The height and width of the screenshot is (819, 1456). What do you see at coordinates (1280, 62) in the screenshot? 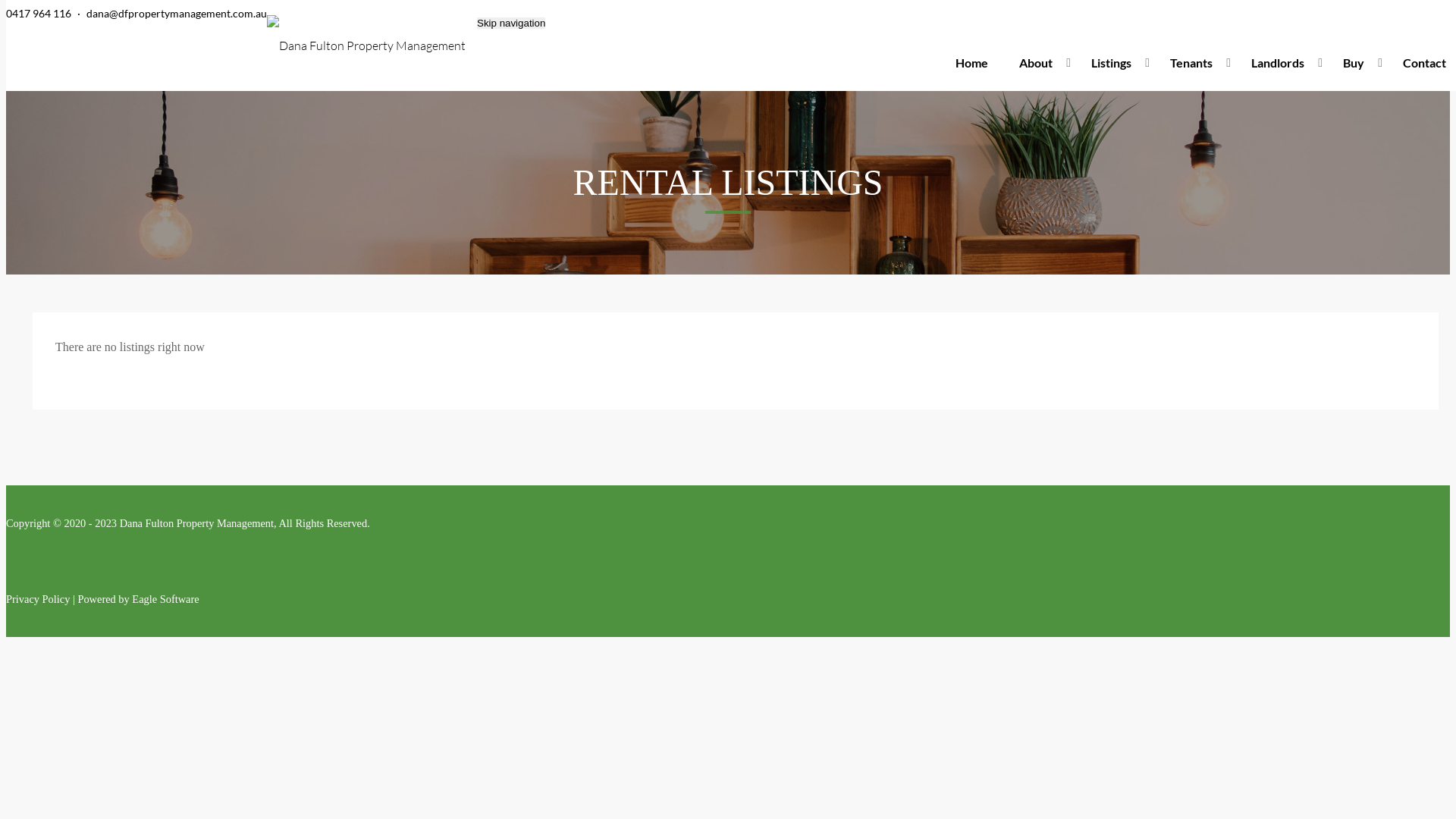
I see `'Landlords'` at bounding box center [1280, 62].